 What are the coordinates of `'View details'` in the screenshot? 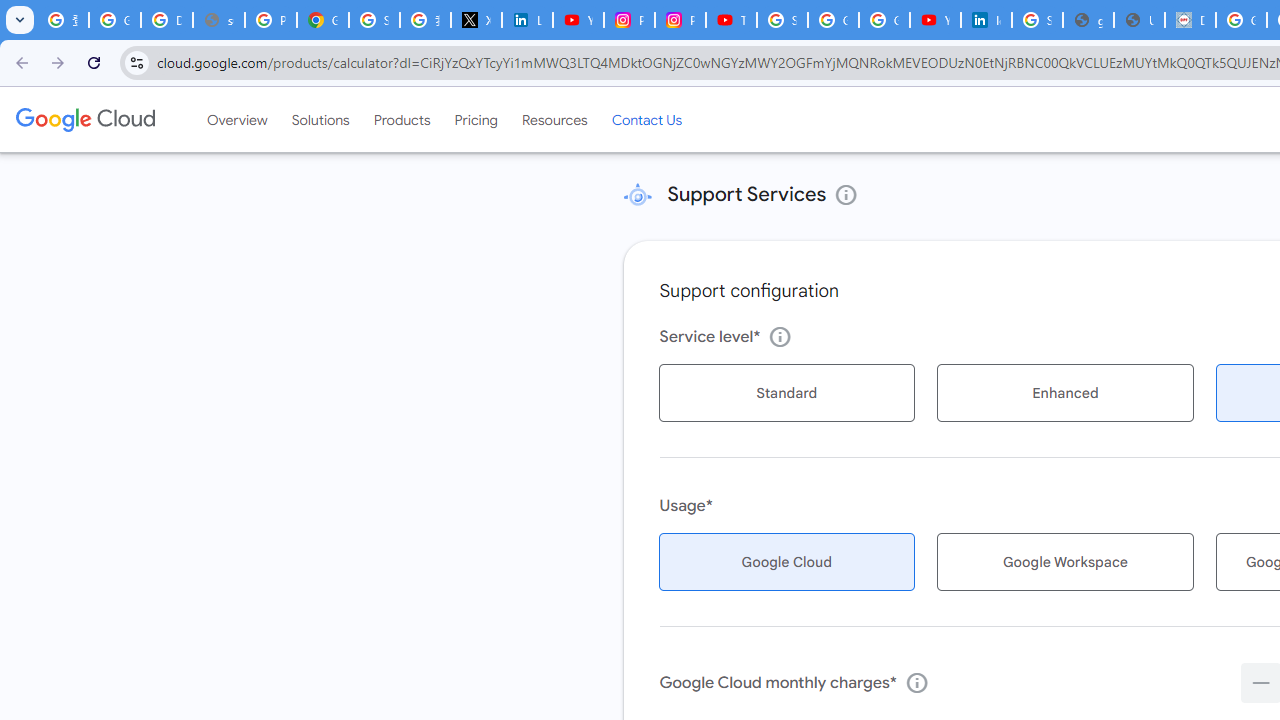 It's located at (846, 195).